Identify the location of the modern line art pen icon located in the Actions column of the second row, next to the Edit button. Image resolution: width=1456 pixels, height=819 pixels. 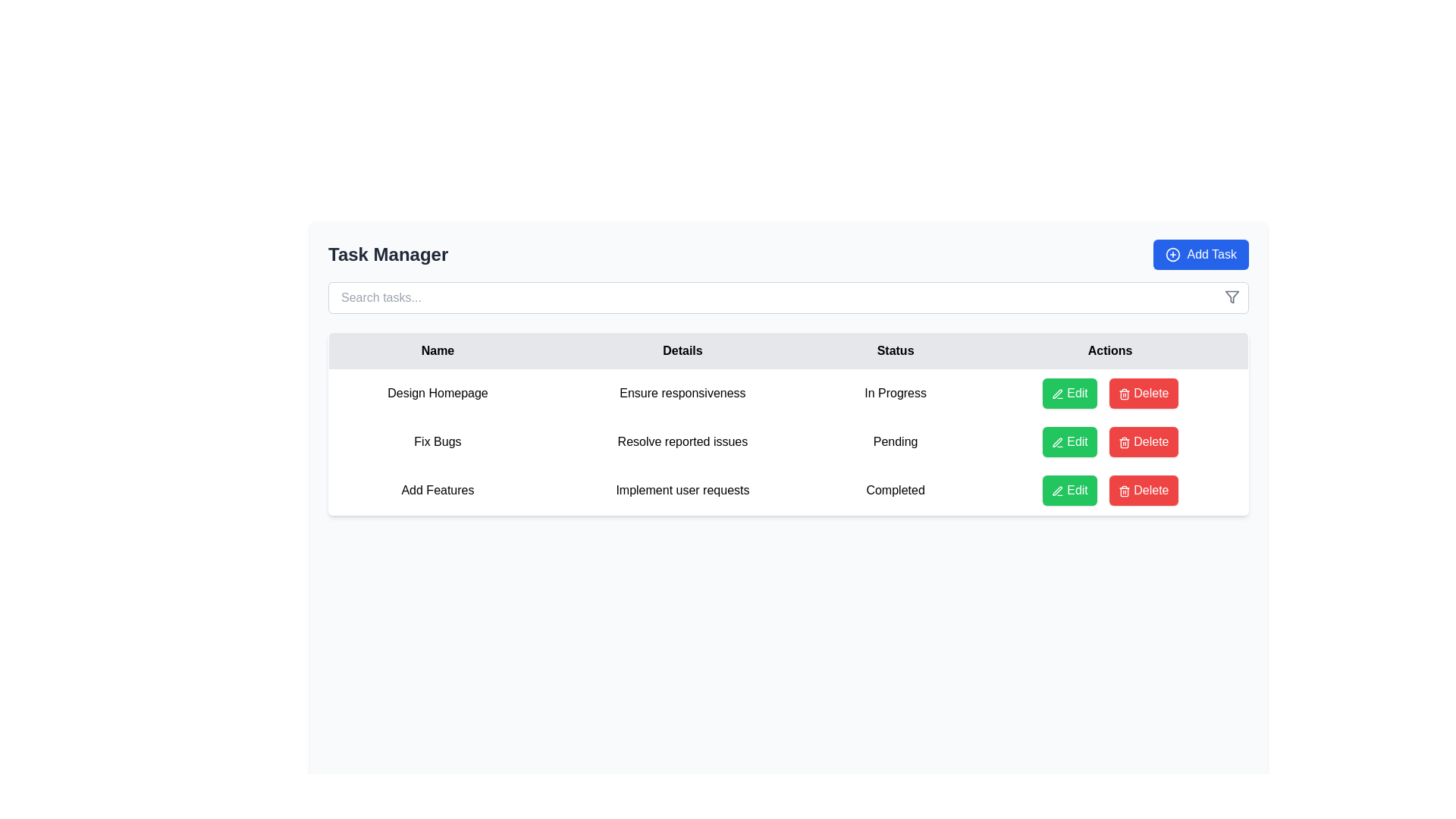
(1056, 393).